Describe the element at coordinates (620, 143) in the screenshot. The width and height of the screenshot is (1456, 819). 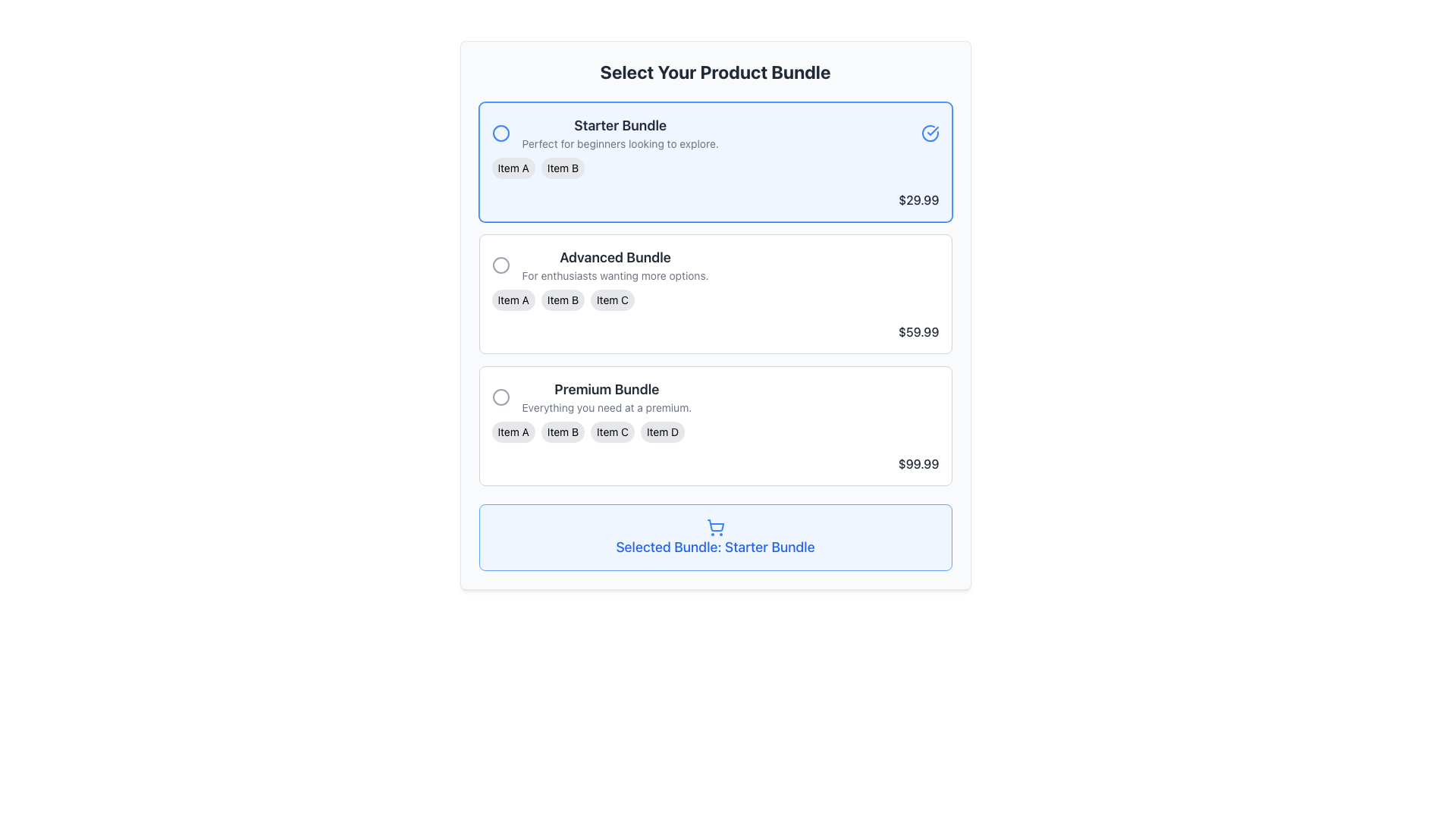
I see `informational text 'Perfect for beginners looking to explore.' located below the 'Starter Bundle' heading in the first selection card` at that location.